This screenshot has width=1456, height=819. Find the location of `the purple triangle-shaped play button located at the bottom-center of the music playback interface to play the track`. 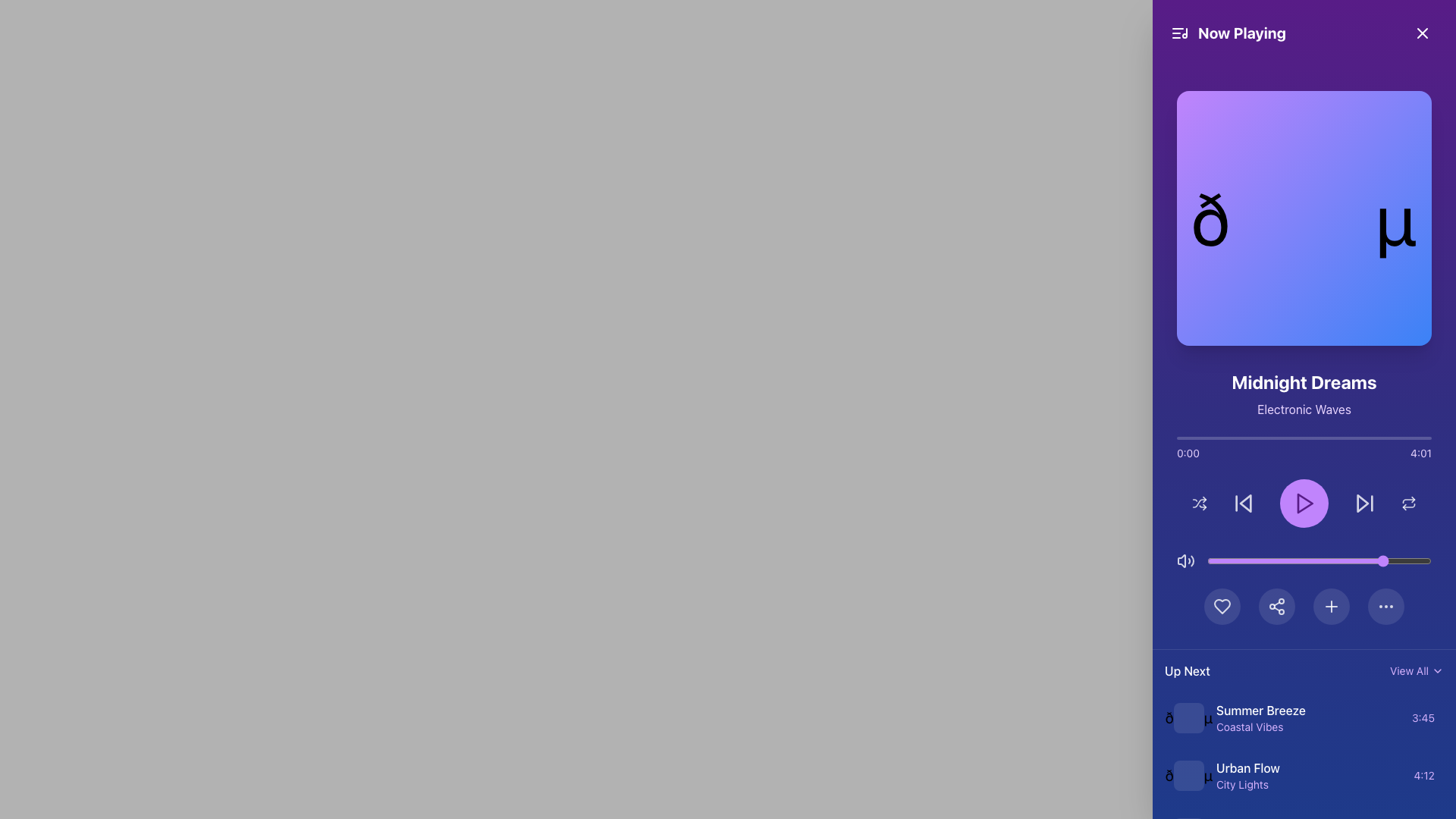

the purple triangle-shaped play button located at the bottom-center of the music playback interface to play the track is located at coordinates (1304, 503).